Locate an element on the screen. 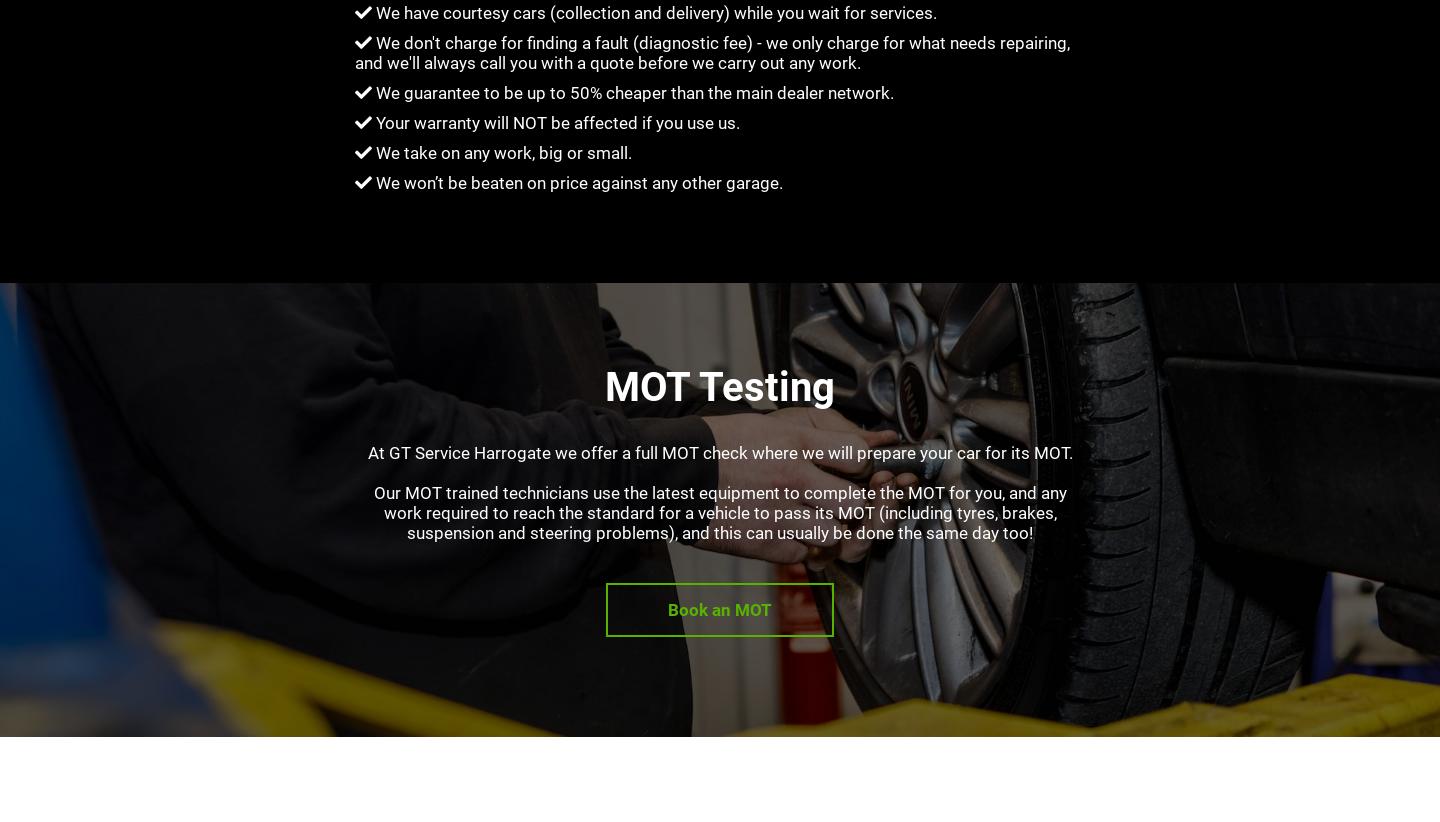  'Book an MOT' is located at coordinates (720, 608).